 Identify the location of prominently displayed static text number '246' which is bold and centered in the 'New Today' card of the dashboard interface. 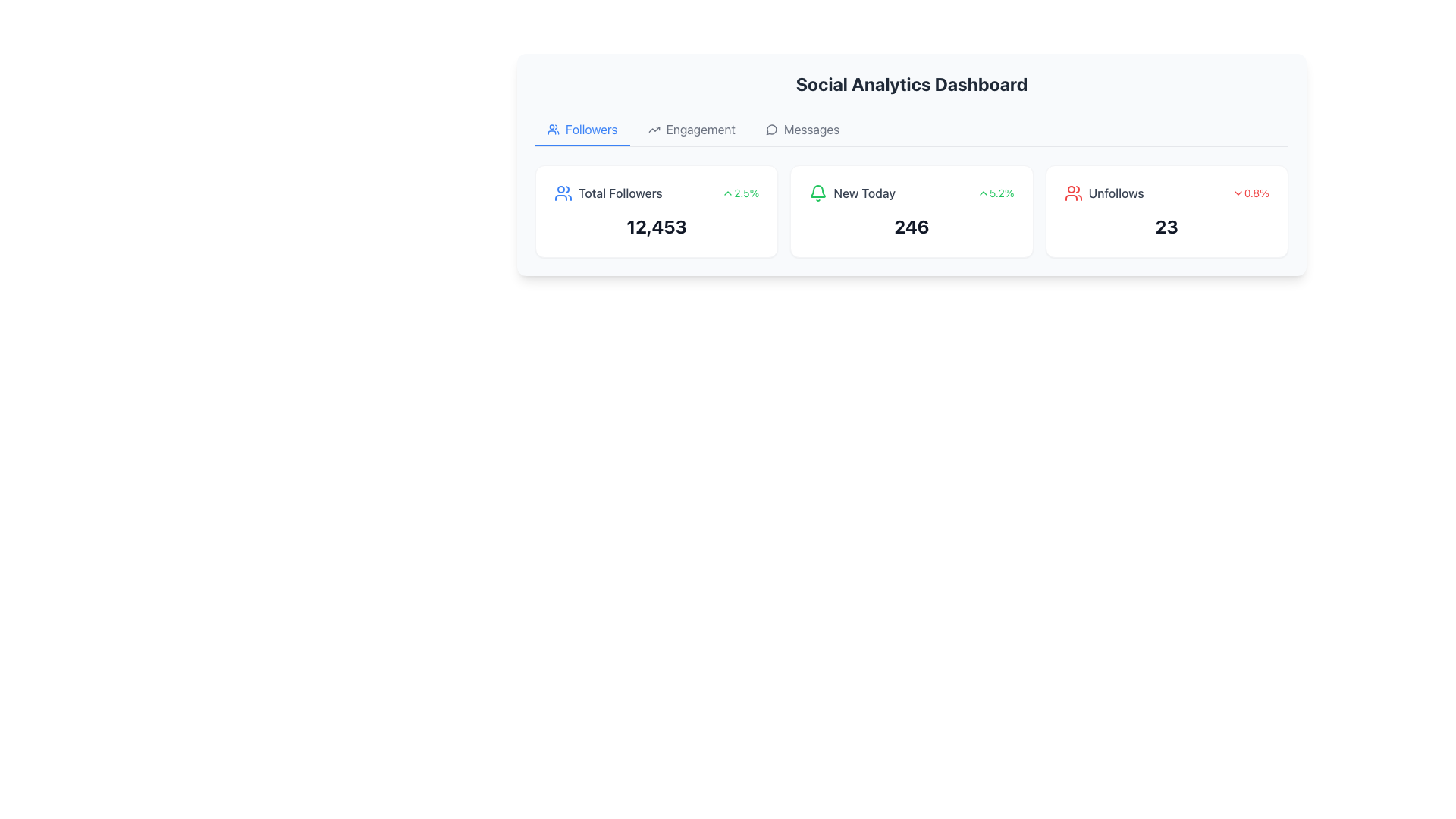
(911, 227).